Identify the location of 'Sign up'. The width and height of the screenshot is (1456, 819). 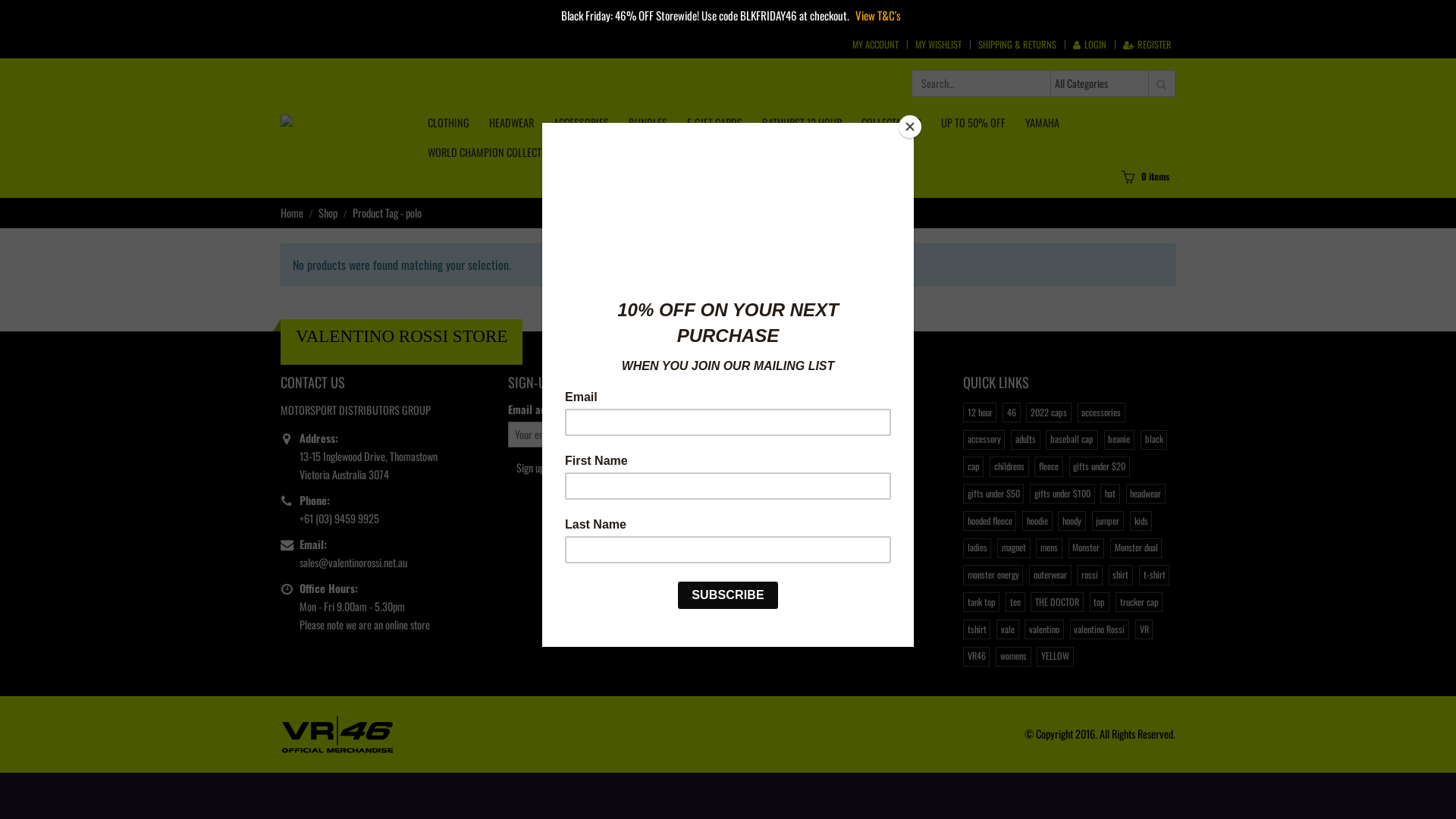
(530, 467).